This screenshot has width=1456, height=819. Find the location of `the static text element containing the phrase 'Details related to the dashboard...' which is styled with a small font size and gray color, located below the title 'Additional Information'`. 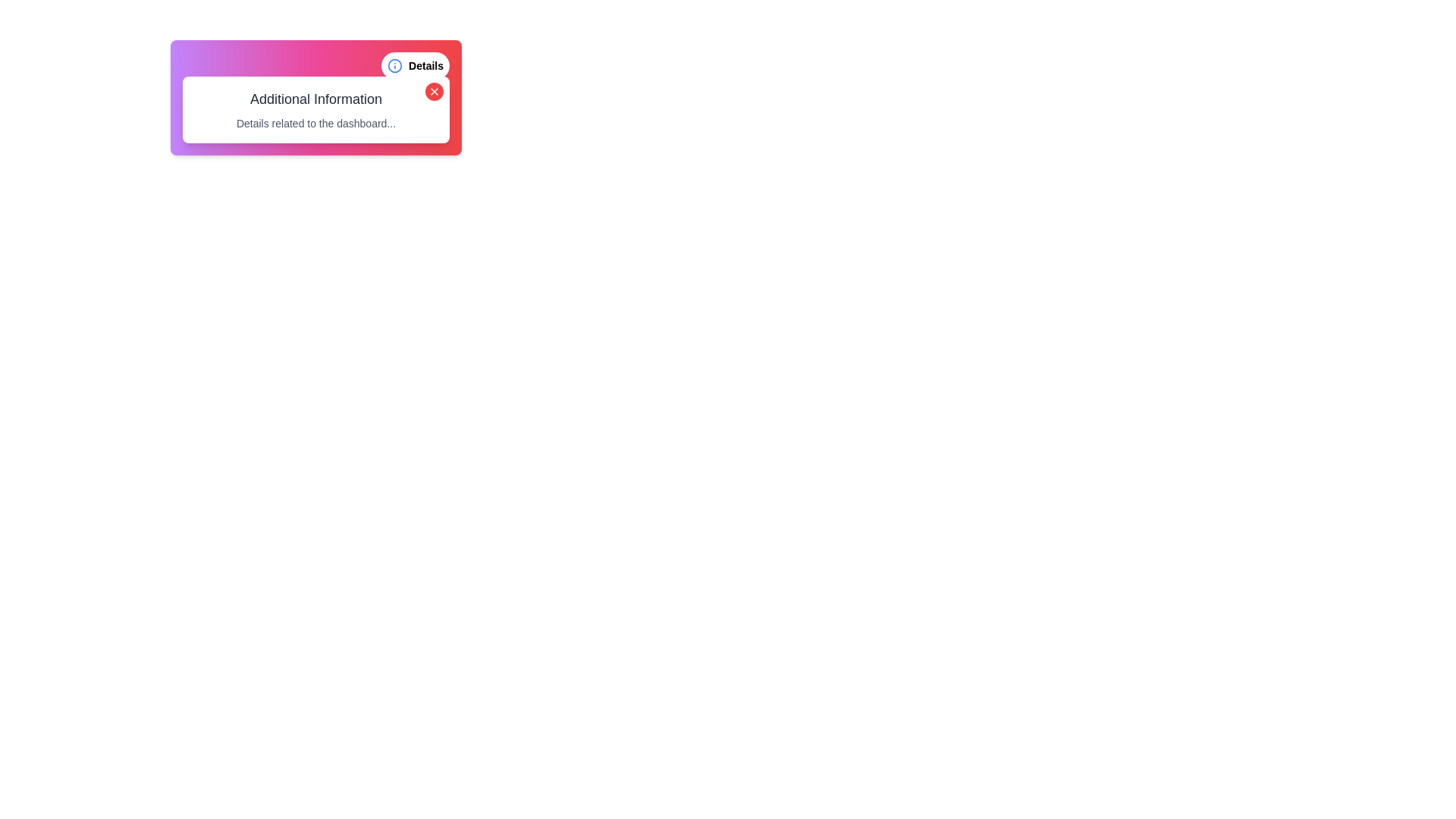

the static text element containing the phrase 'Details related to the dashboard...' which is styled with a small font size and gray color, located below the title 'Additional Information' is located at coordinates (315, 122).